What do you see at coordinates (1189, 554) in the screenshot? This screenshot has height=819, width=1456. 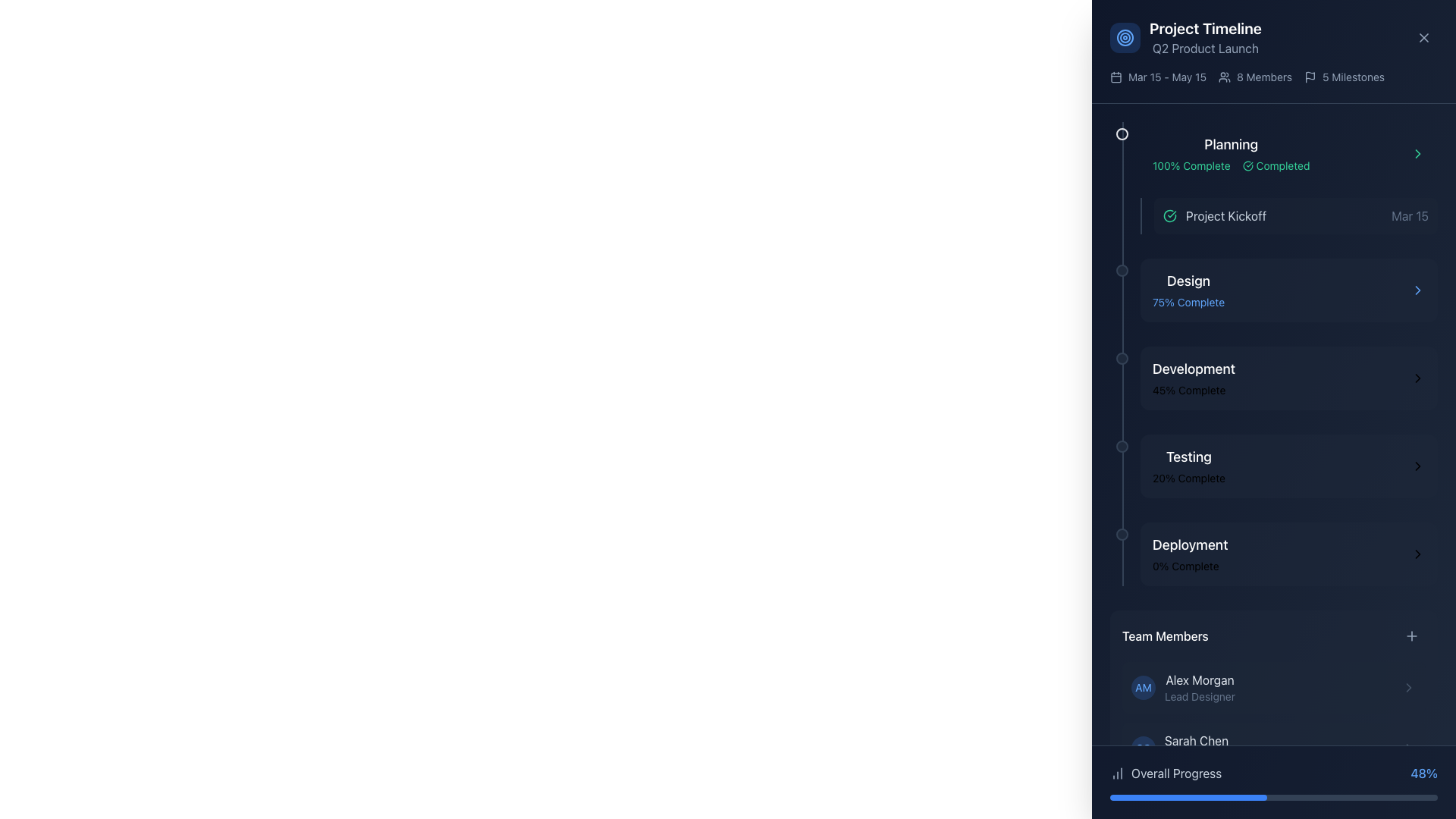 I see `the 'Deployment' status indicator text label that shows '0% Complete' in a dark-themed UI` at bounding box center [1189, 554].